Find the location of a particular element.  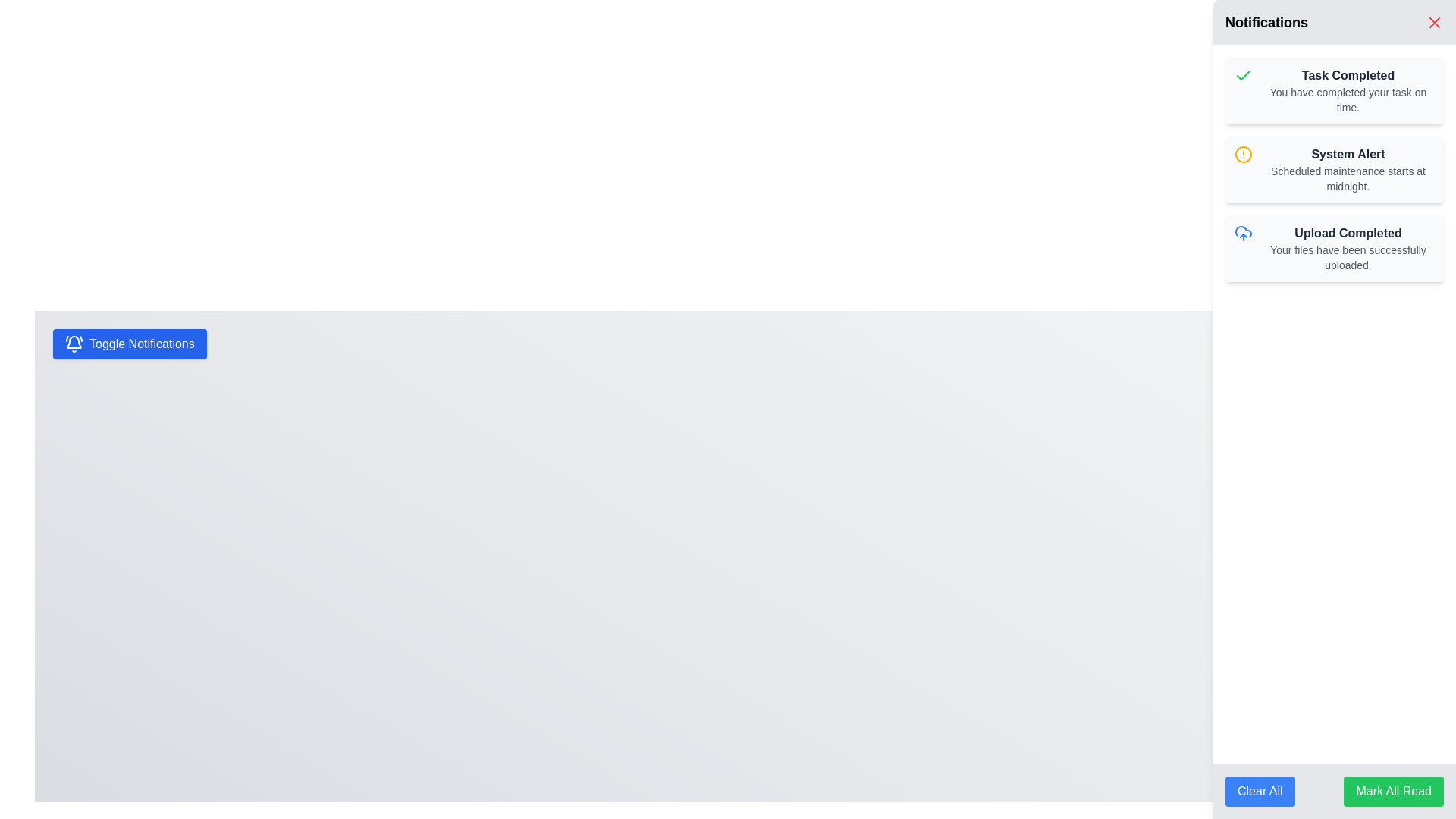

the circular yellow icon with an alert symbol in the notification panel, which is the leftmost component of the 'System Alert' card is located at coordinates (1244, 155).